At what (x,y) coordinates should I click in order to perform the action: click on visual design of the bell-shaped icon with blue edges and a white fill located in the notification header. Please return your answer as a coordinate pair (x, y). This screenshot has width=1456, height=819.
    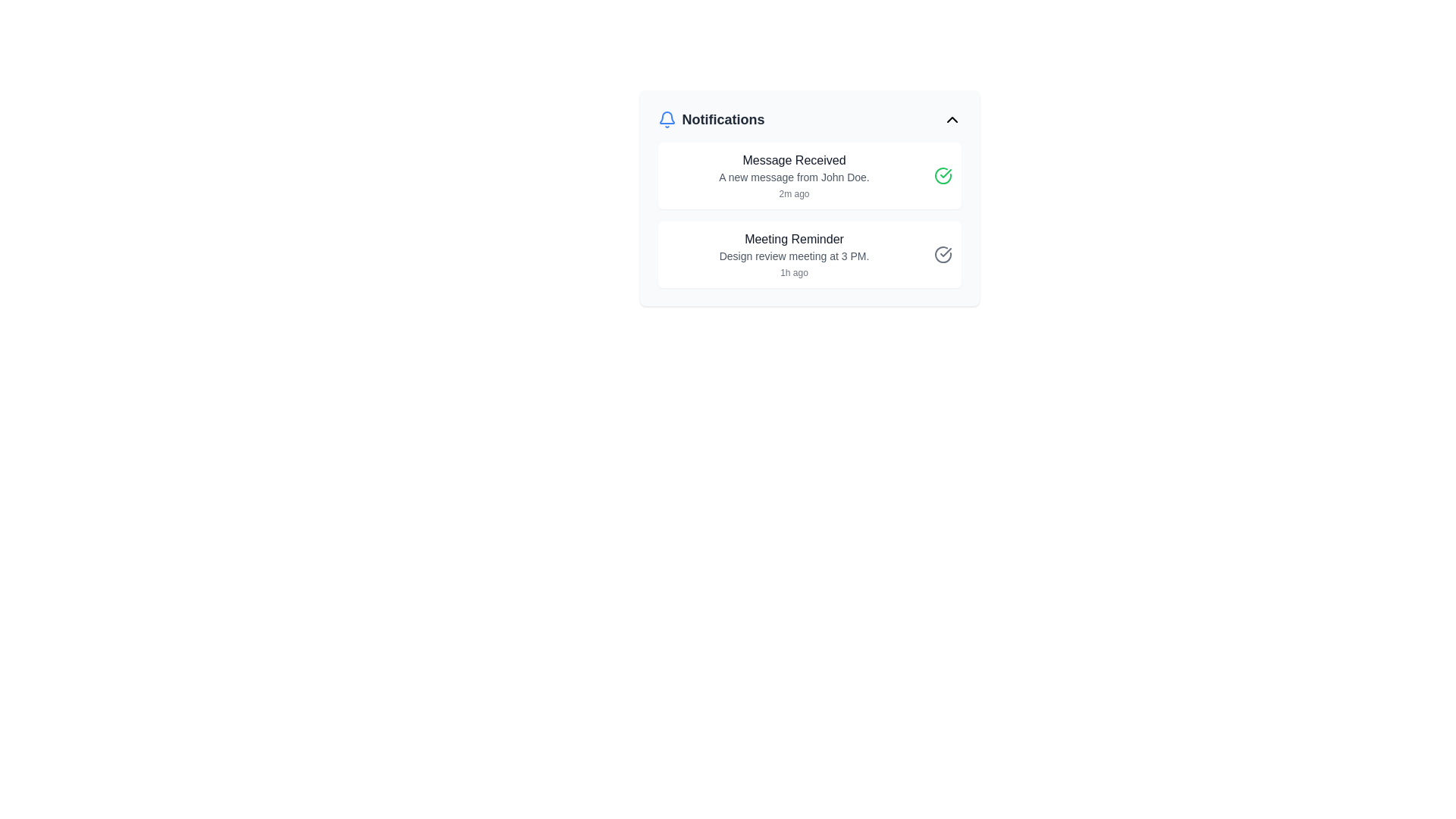
    Looking at the image, I should click on (667, 117).